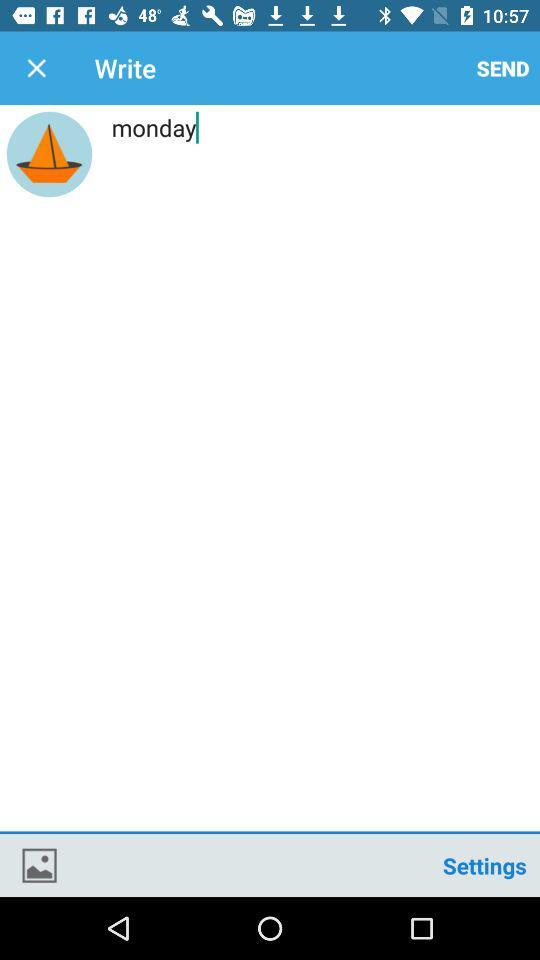 The width and height of the screenshot is (540, 960). What do you see at coordinates (270, 471) in the screenshot?
I see `the monday` at bounding box center [270, 471].